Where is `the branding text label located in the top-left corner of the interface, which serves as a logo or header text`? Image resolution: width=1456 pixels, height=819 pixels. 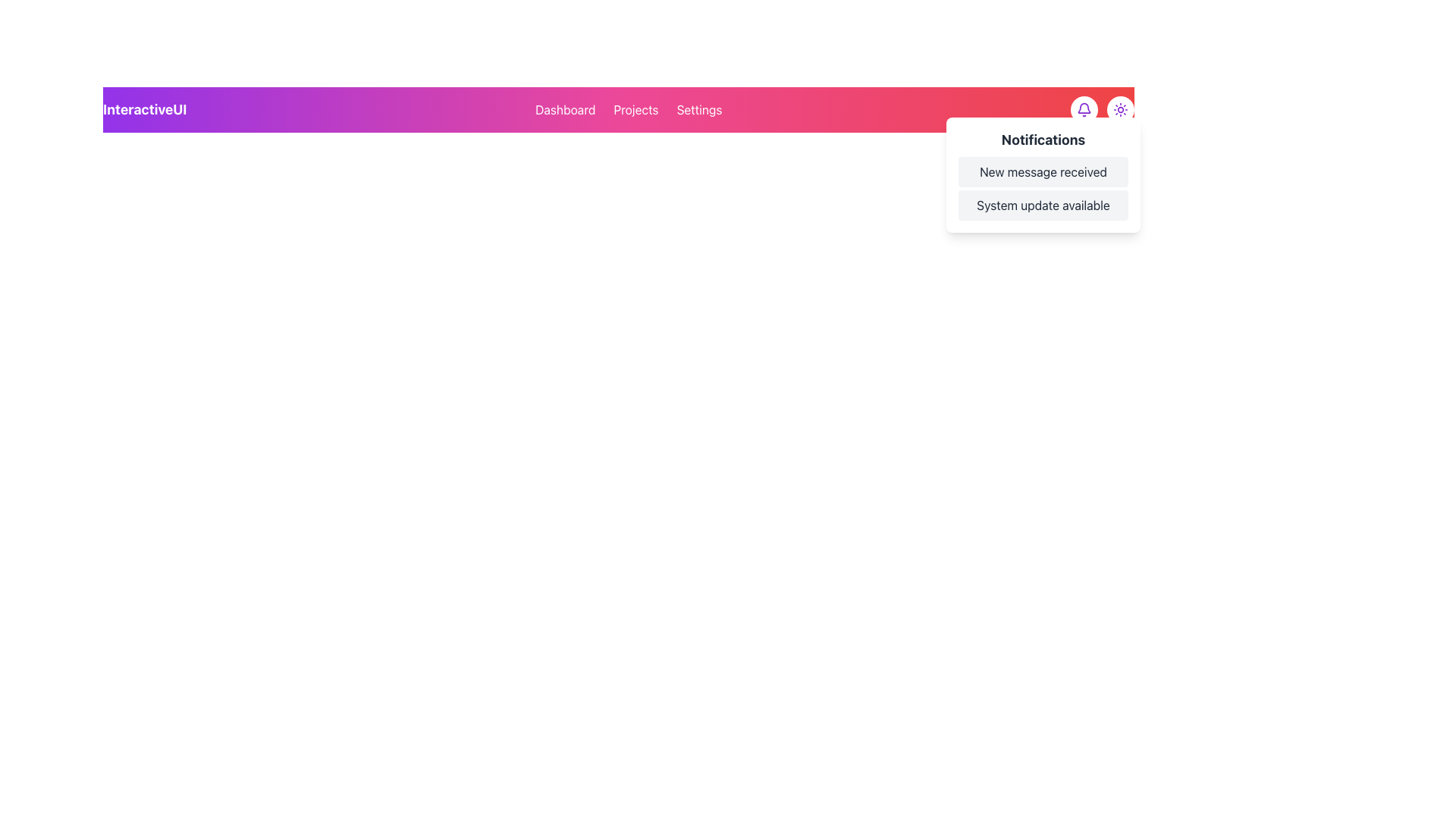
the branding text label located in the top-left corner of the interface, which serves as a logo or header text is located at coordinates (145, 109).